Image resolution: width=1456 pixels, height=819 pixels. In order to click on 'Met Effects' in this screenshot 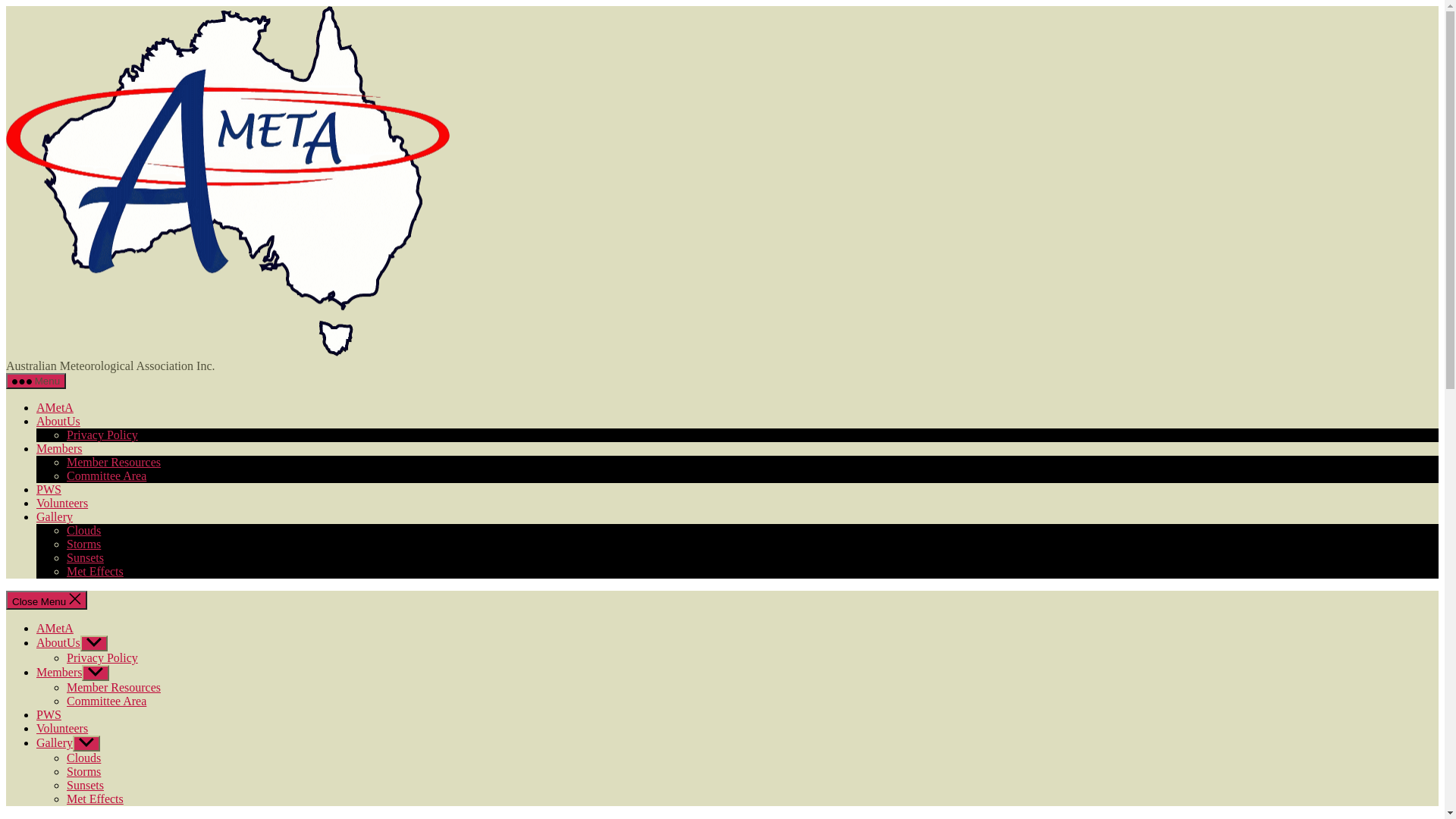, I will do `click(65, 571)`.